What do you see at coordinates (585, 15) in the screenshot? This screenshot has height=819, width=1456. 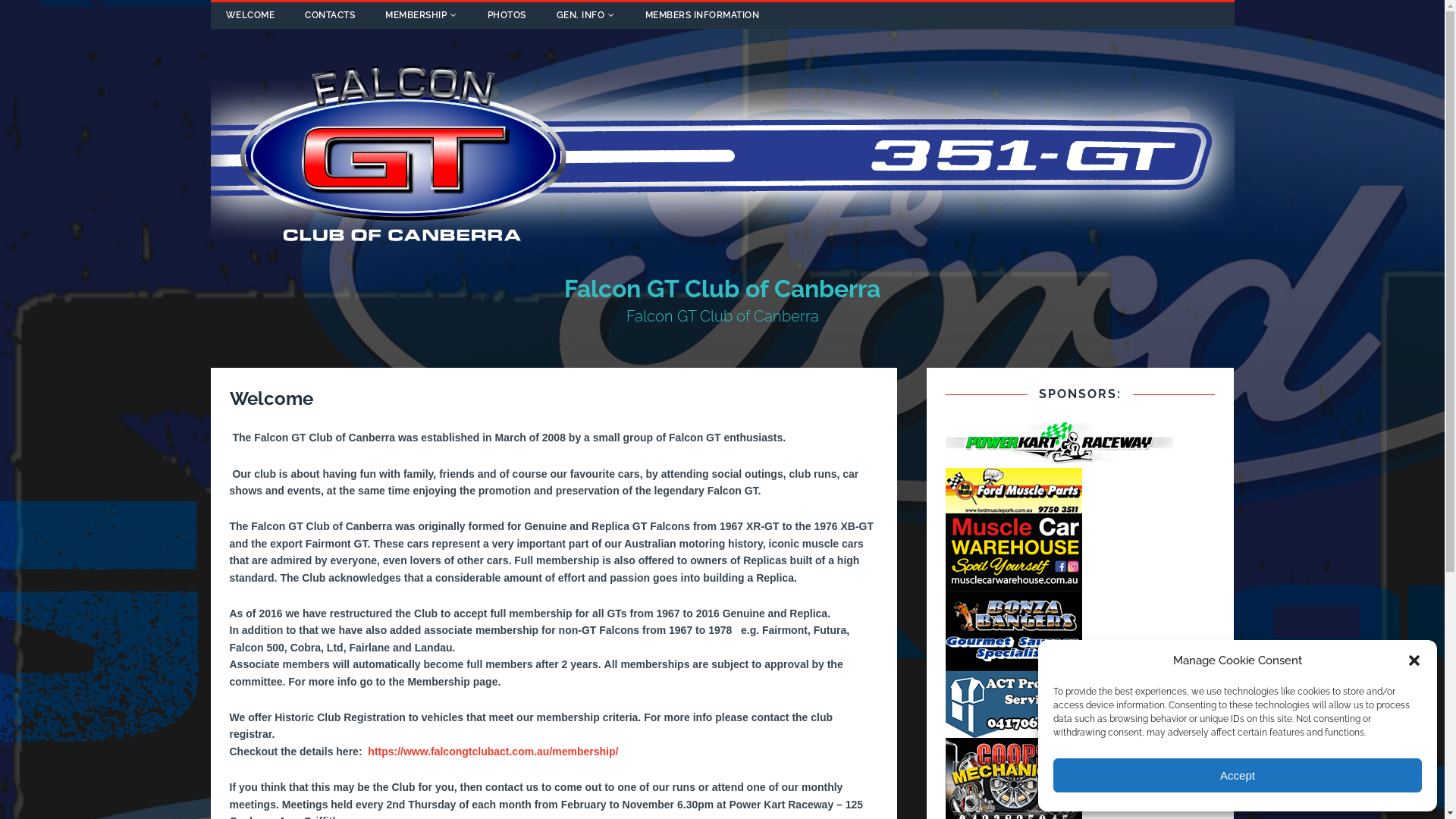 I see `'GEN. INFO'` at bounding box center [585, 15].